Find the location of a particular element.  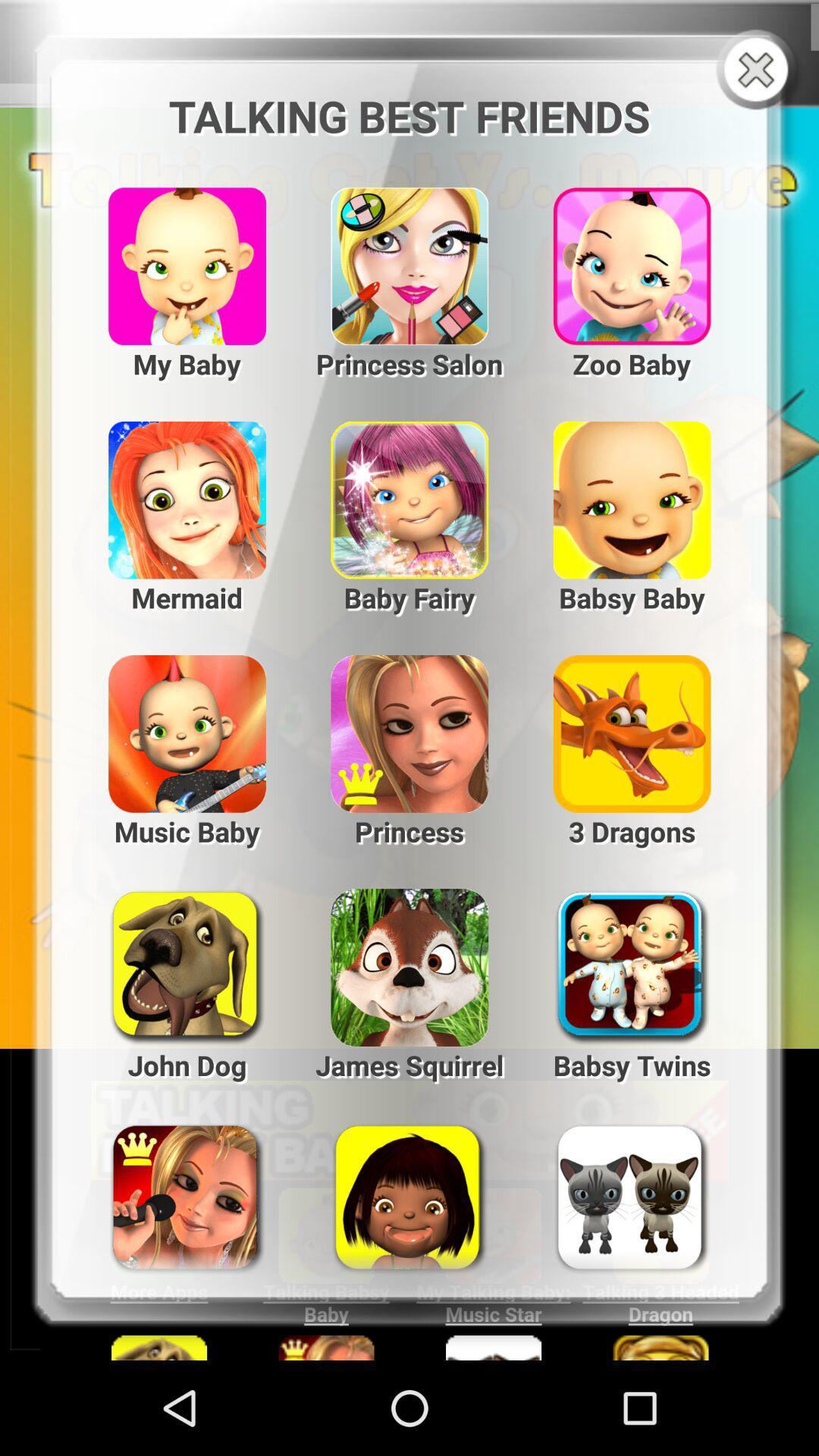

button is located at coordinates (759, 71).